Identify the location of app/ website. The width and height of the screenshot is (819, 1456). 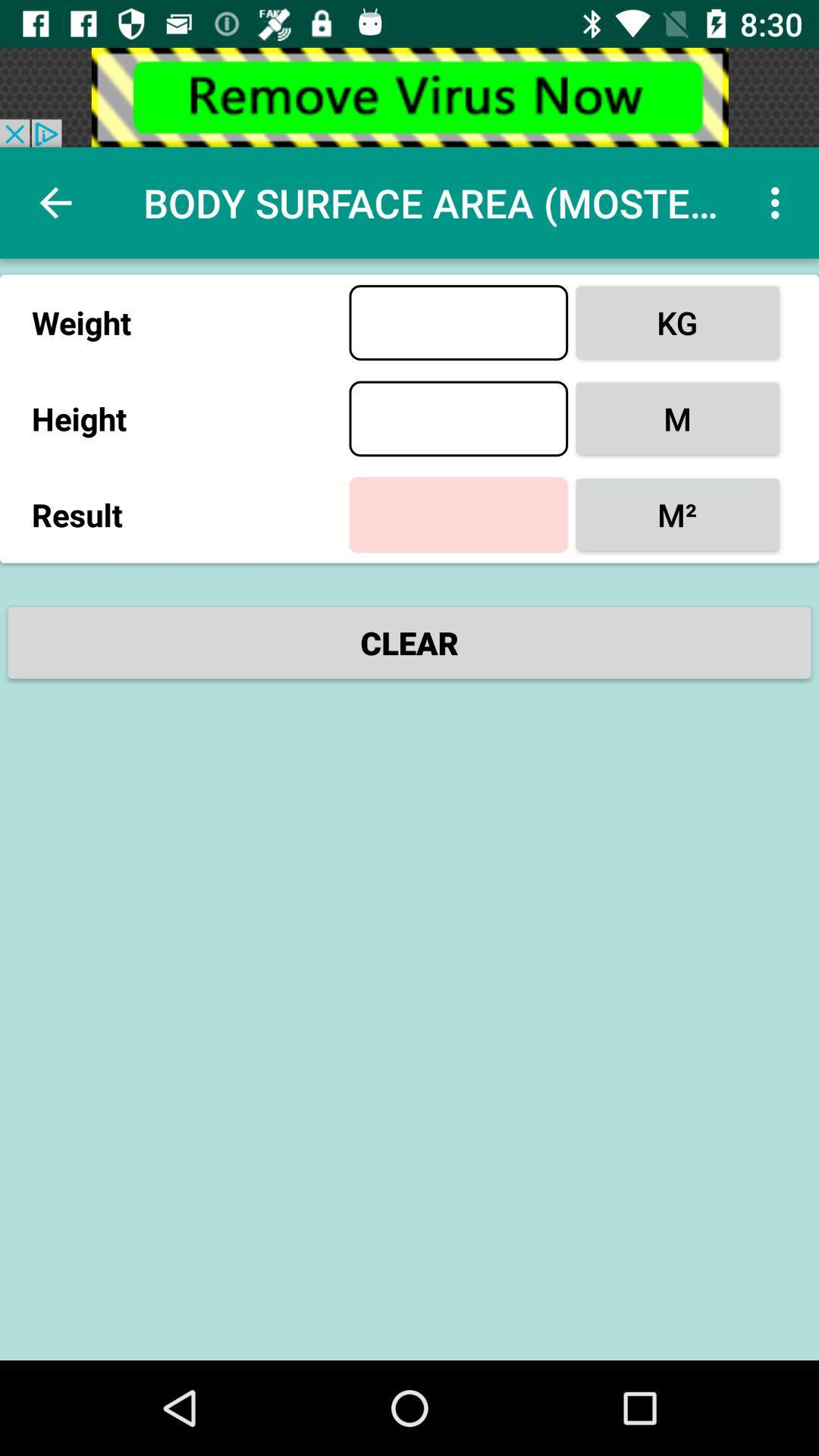
(409, 96).